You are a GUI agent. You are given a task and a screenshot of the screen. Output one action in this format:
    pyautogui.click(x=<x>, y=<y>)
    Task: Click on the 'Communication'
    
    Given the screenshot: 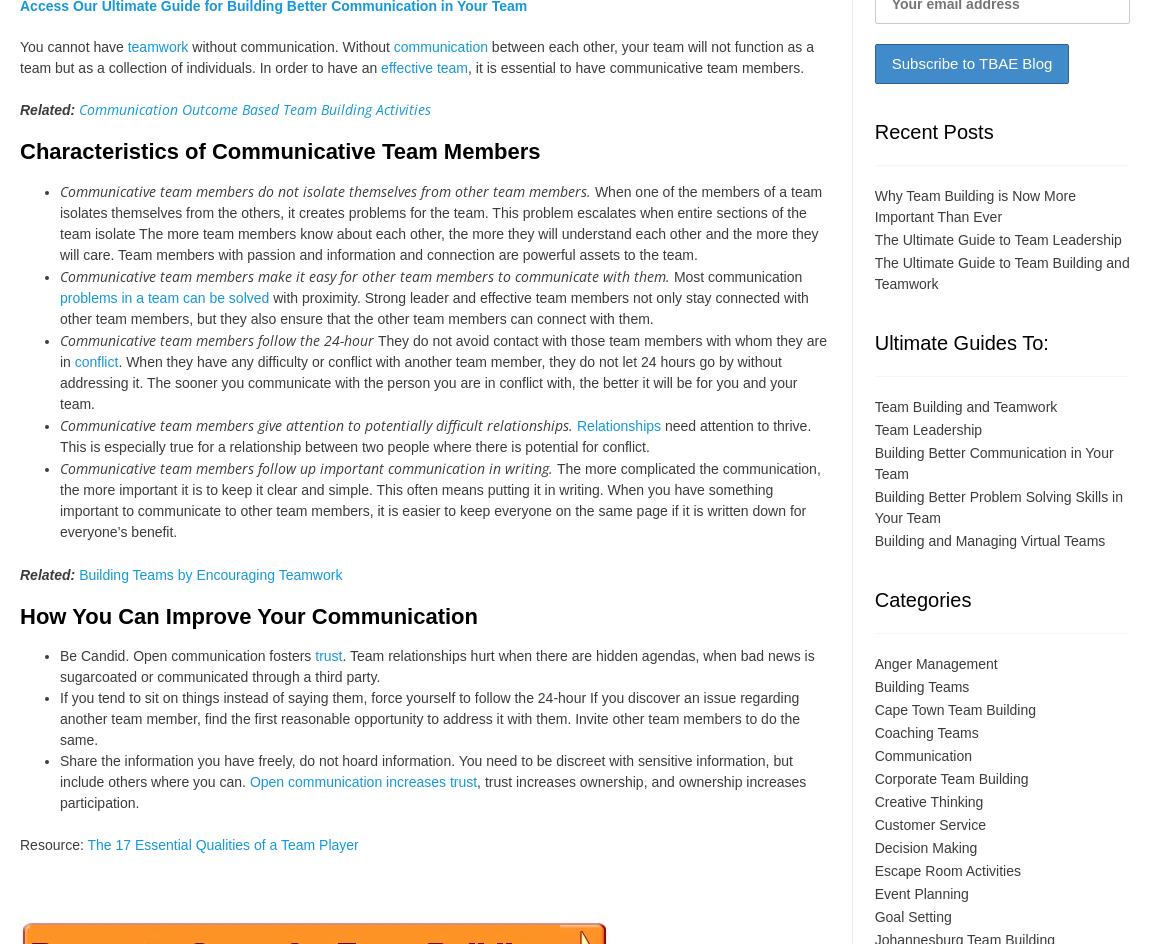 What is the action you would take?
    pyautogui.click(x=922, y=755)
    